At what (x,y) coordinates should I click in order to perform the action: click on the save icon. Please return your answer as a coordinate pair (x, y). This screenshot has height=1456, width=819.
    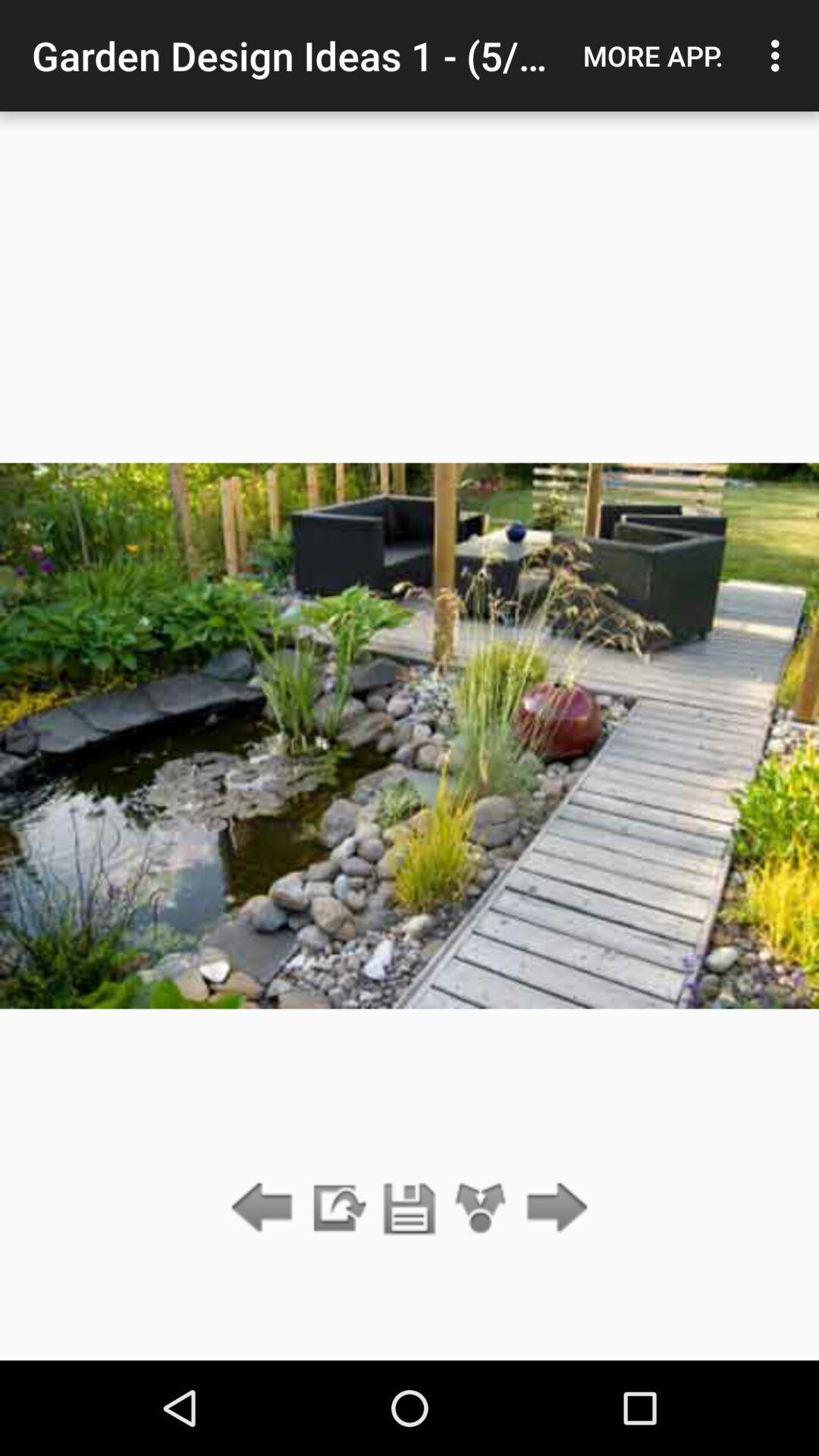
    Looking at the image, I should click on (409, 1208).